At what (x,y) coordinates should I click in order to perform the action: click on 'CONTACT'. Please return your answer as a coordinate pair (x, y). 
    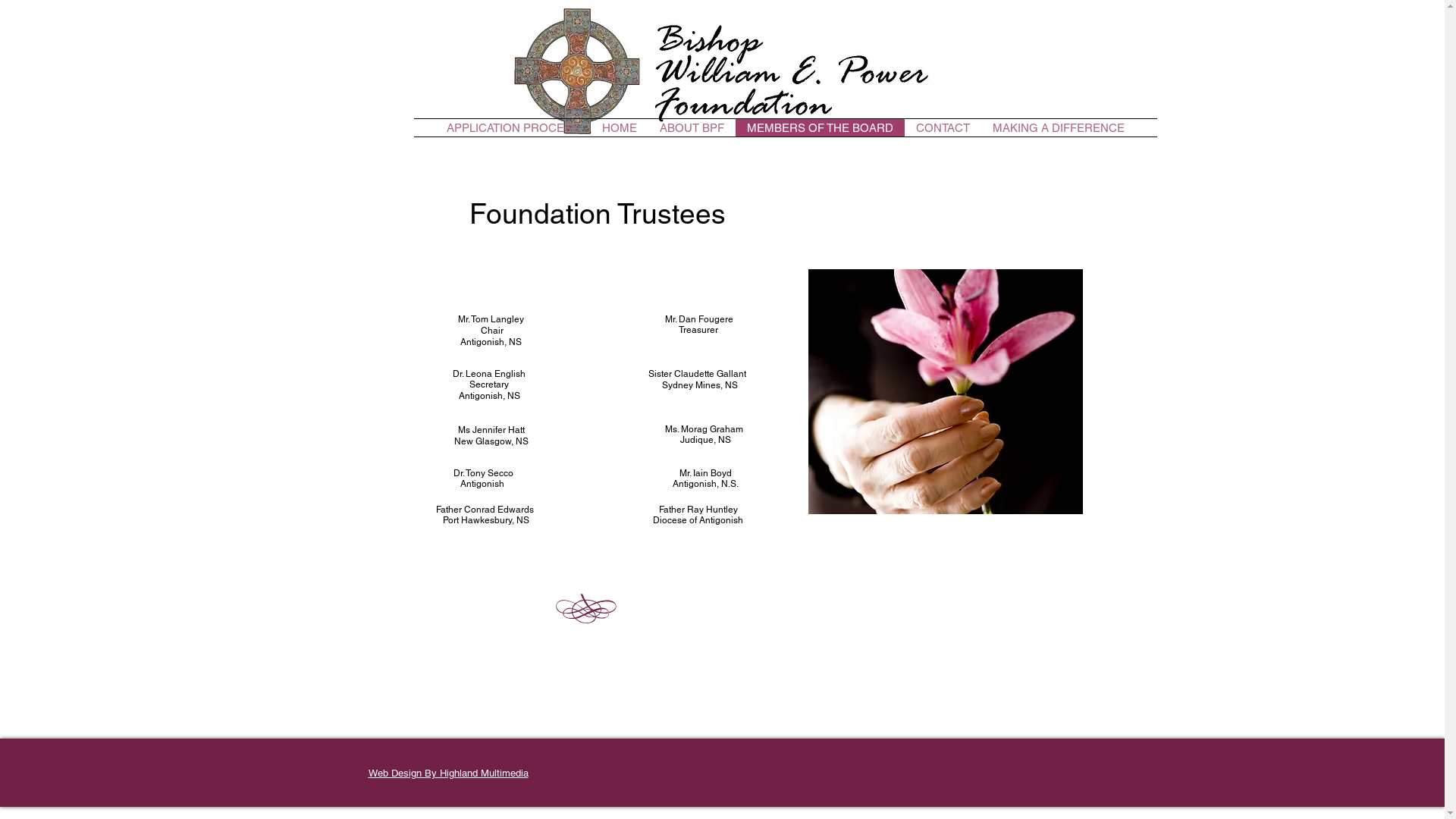
    Looking at the image, I should click on (941, 127).